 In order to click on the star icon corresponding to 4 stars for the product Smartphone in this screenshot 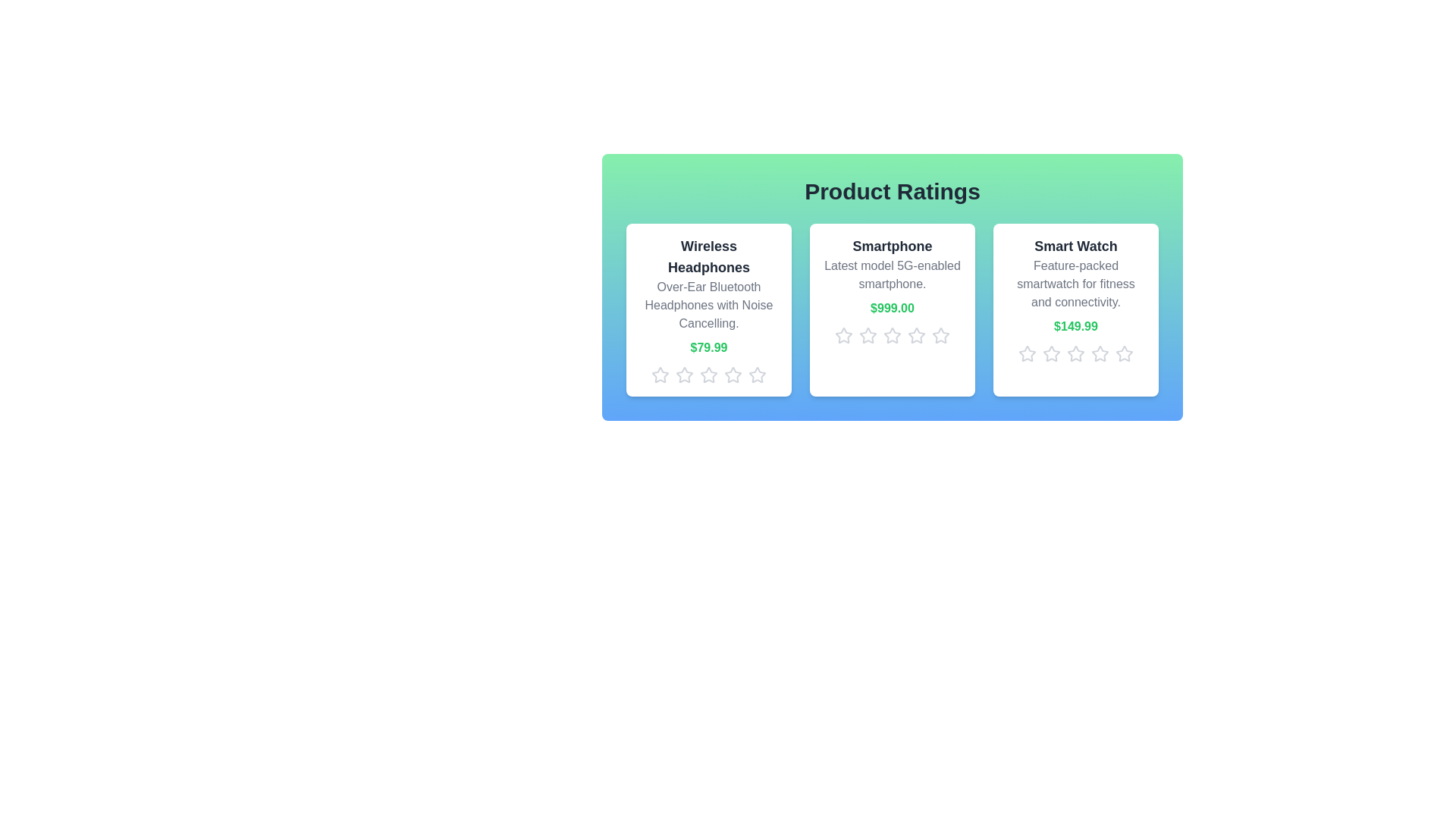, I will do `click(916, 335)`.